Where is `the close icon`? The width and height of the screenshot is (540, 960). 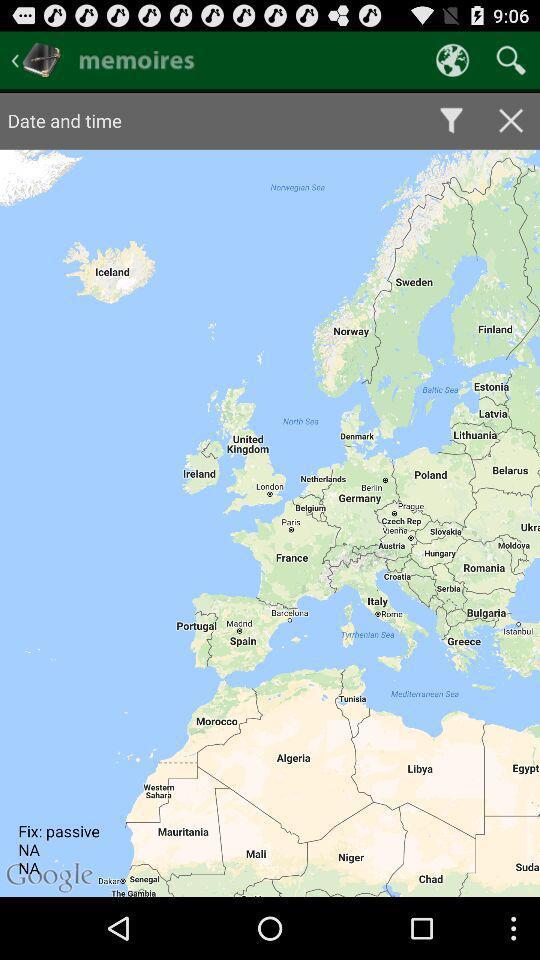
the close icon is located at coordinates (511, 128).